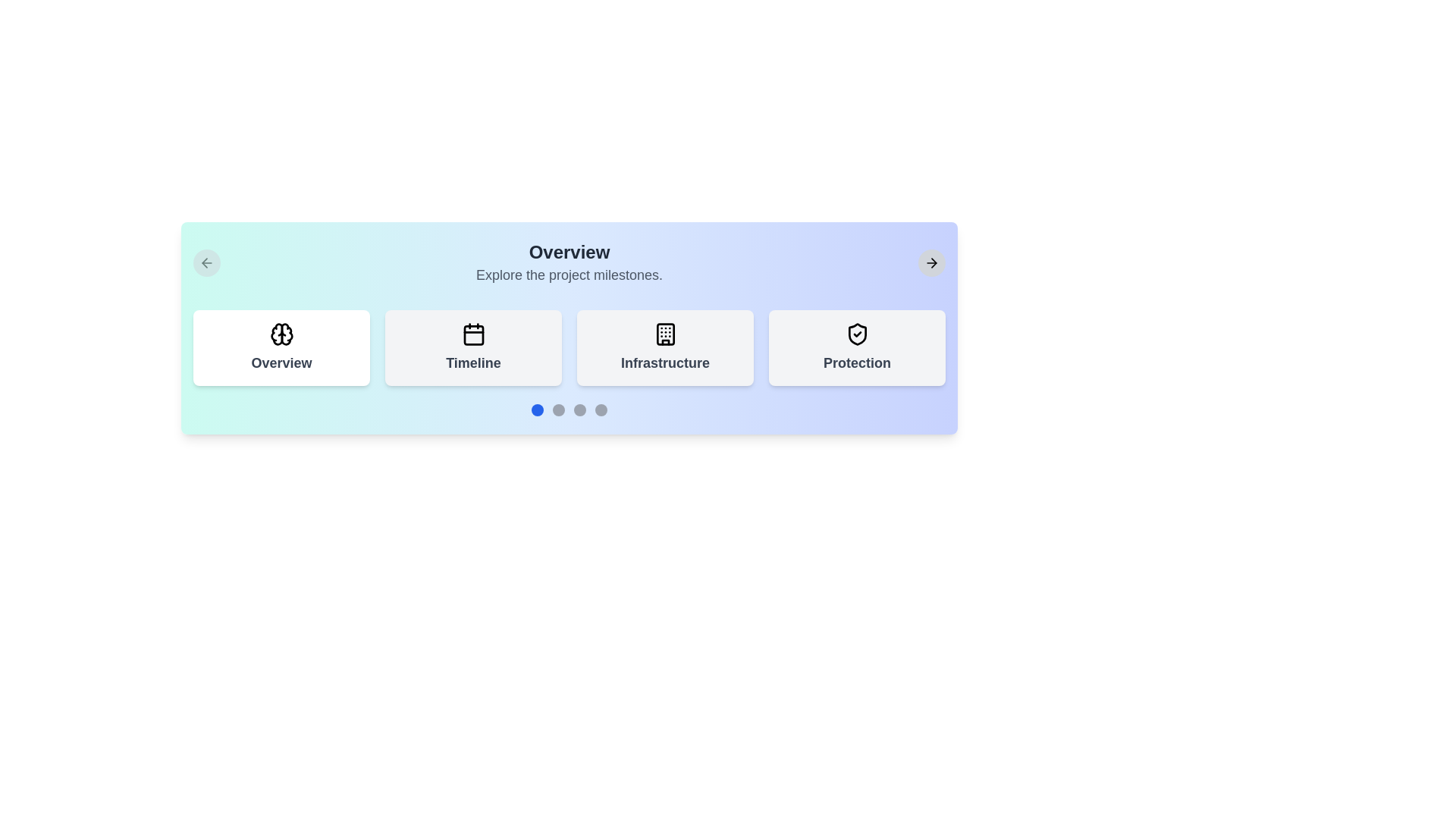  Describe the element at coordinates (281, 333) in the screenshot. I see `the 'Overview' button icon, which is the first button in a horizontal row of four buttons aligned under the header 'Overview'` at that location.